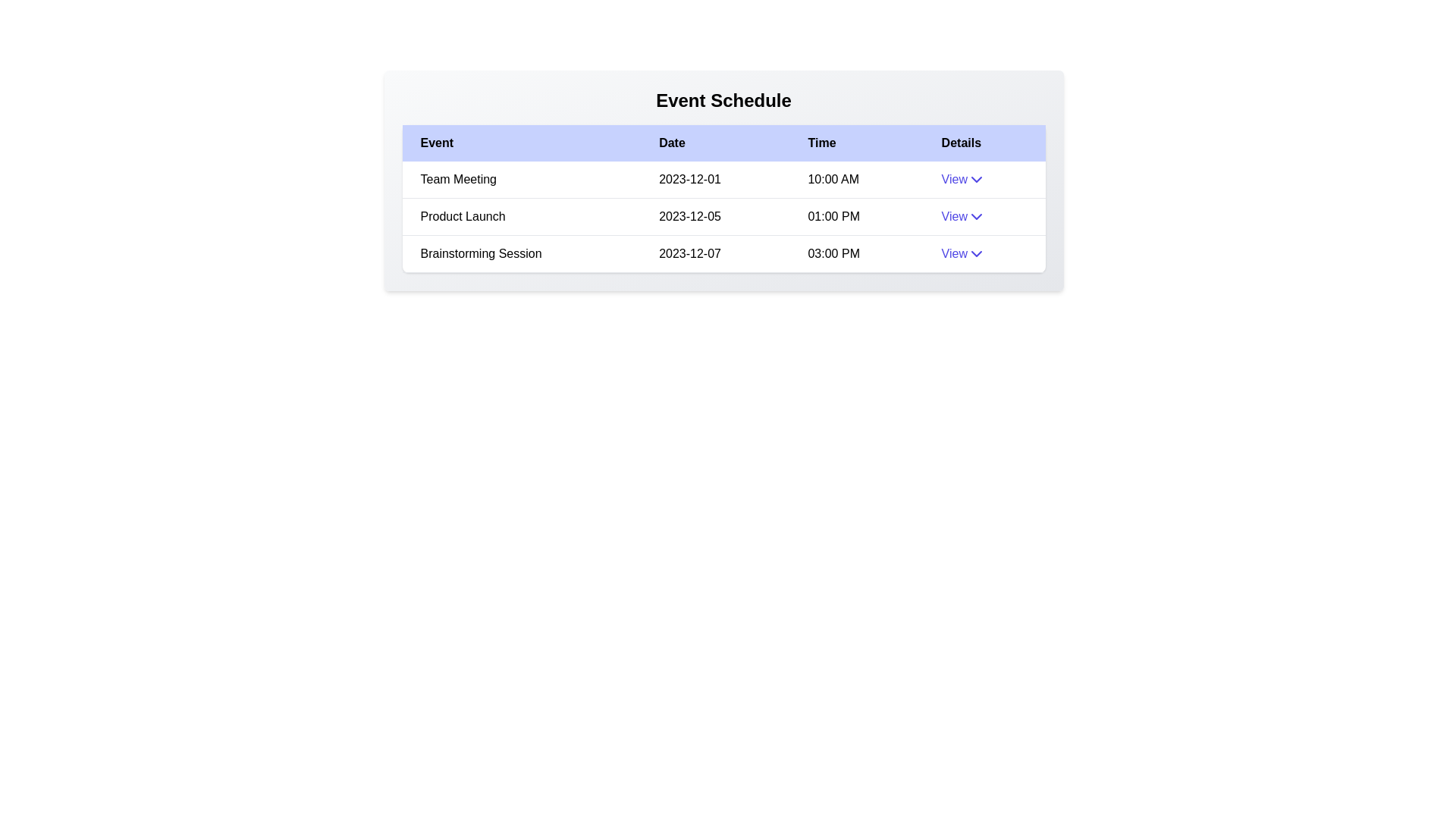 This screenshot has width=1456, height=819. I want to click on the column header labeled 'Event' to sort the table by that column, so click(521, 143).